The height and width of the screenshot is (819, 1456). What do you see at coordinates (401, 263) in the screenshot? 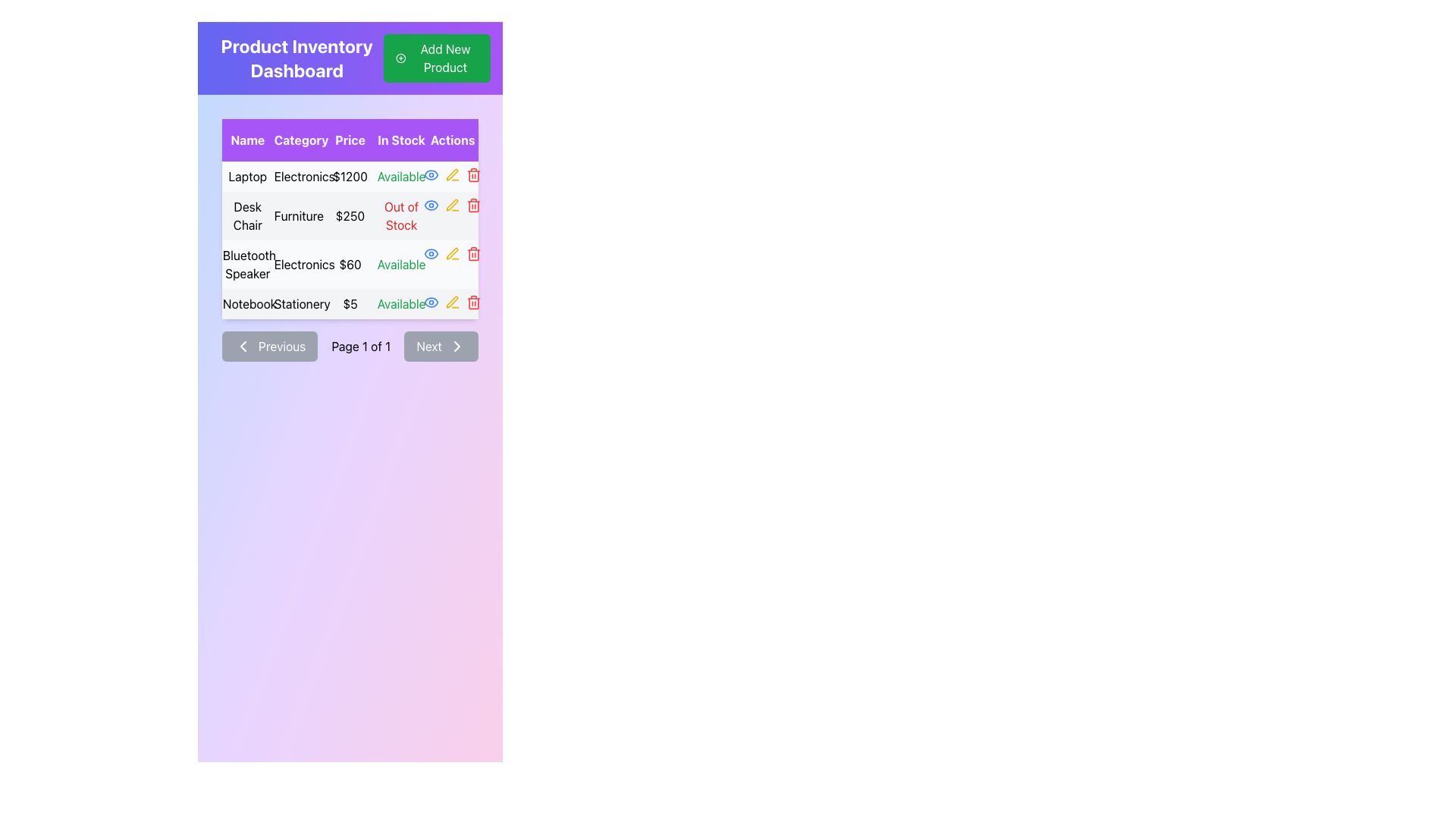
I see `the text label displaying 'Available' with green font that indicates the availability status in the fourth column of the third row of the product table, aligned with the 'Bluetooth Speaker' row` at bounding box center [401, 263].